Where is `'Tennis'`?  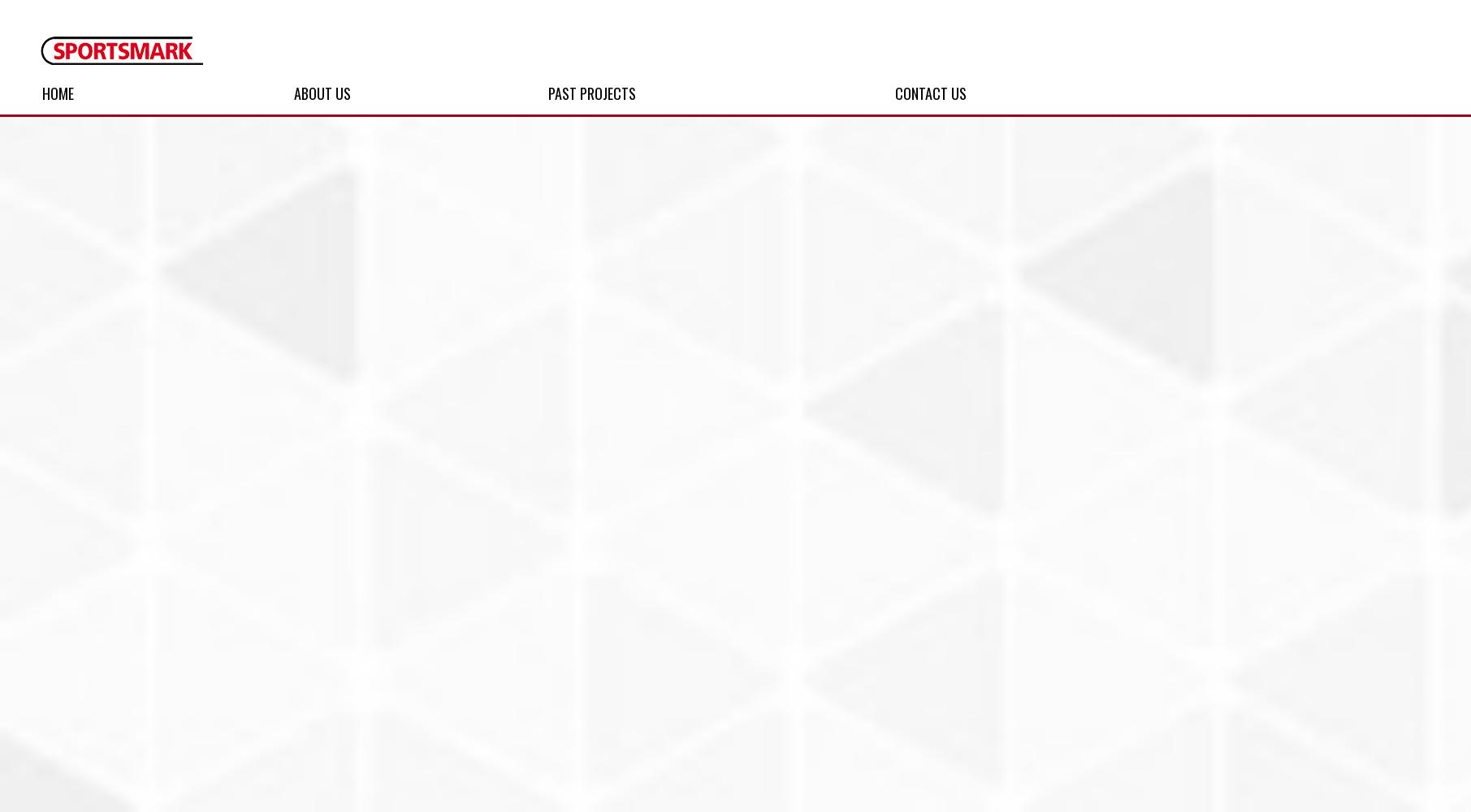
'Tennis' is located at coordinates (127, 673).